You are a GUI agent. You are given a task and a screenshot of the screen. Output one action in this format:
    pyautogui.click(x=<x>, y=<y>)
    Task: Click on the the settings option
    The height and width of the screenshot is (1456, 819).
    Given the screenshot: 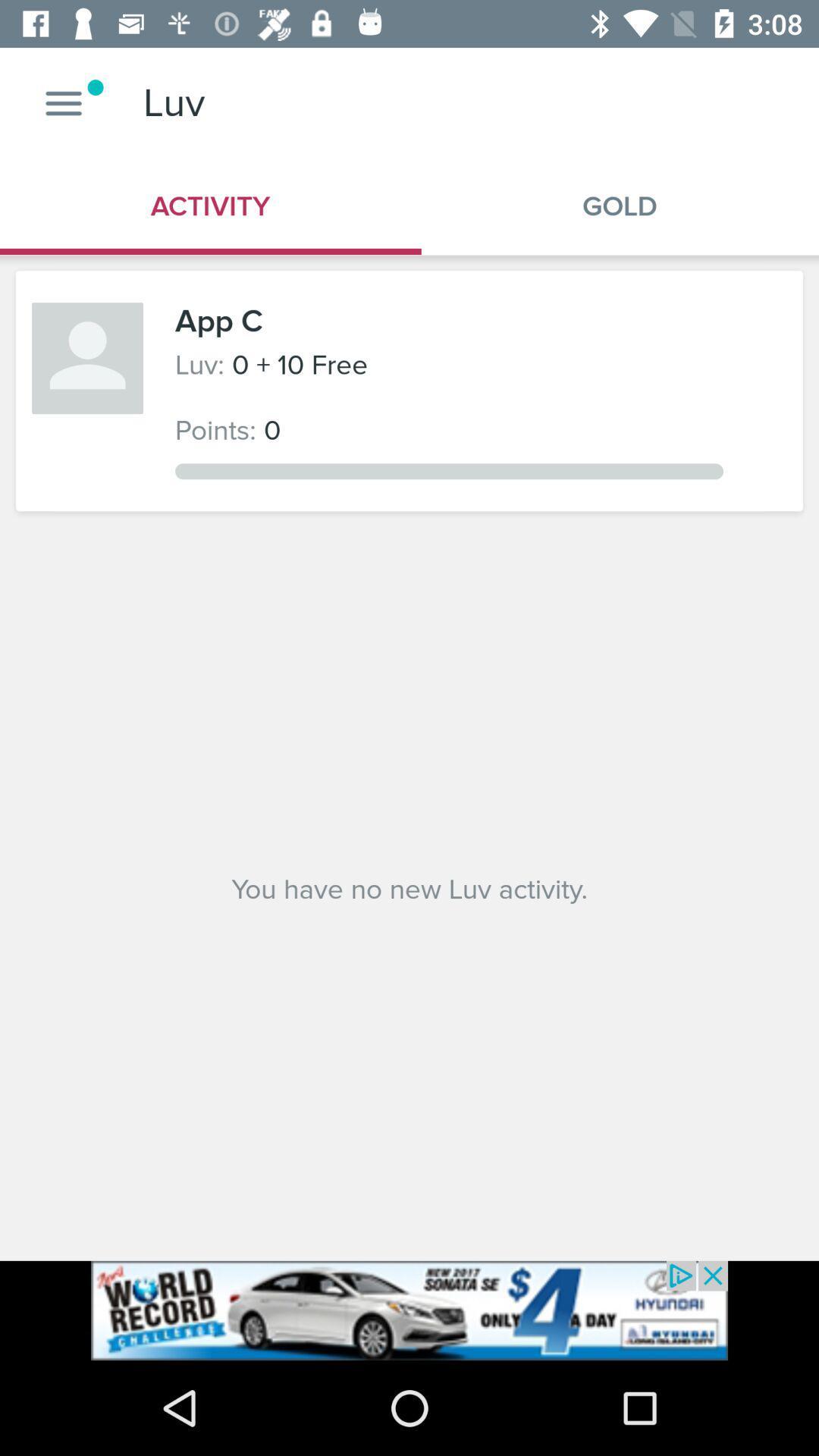 What is the action you would take?
    pyautogui.click(x=63, y=102)
    